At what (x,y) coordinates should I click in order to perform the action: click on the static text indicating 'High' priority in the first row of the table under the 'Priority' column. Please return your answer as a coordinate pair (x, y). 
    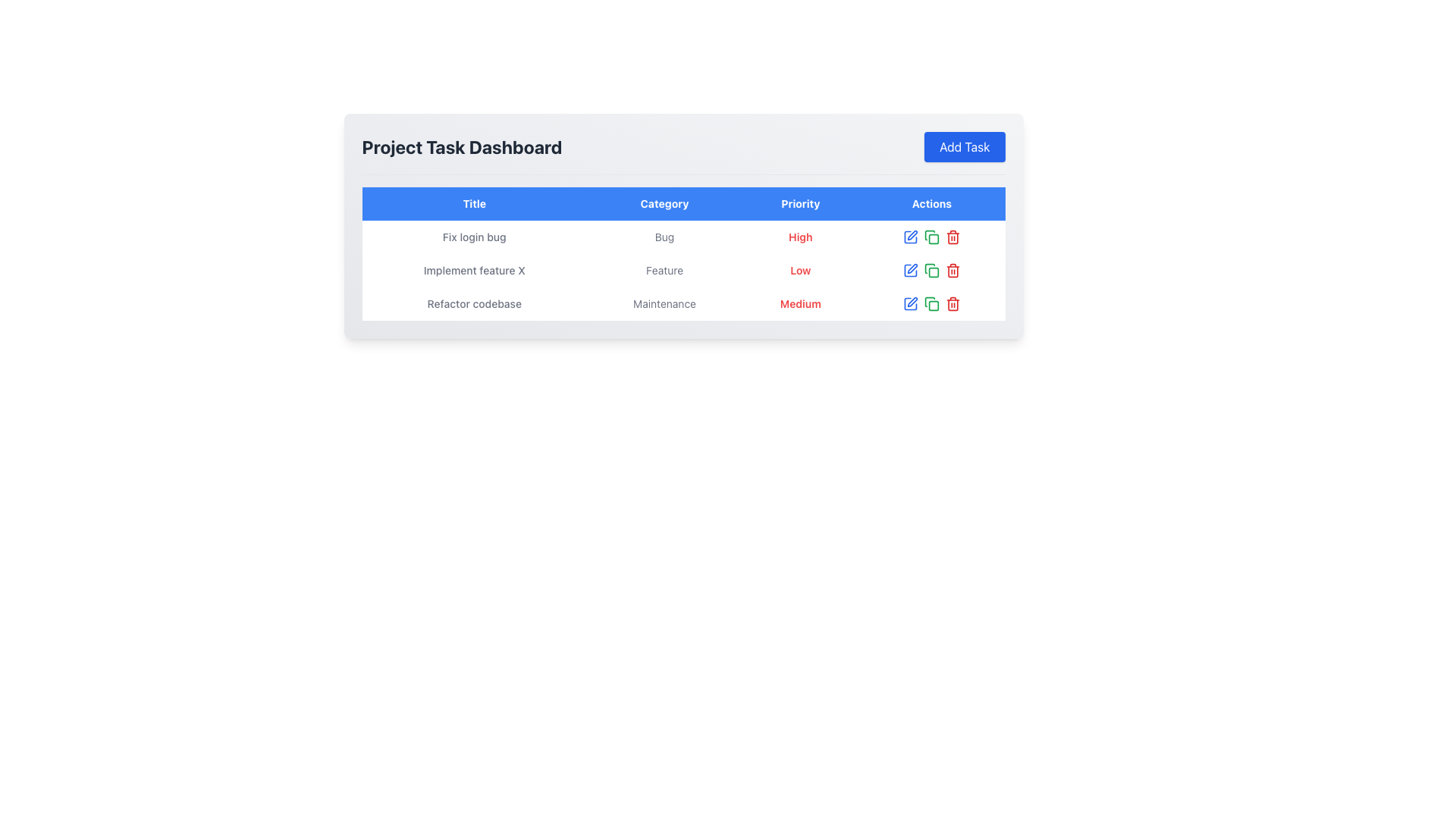
    Looking at the image, I should click on (799, 237).